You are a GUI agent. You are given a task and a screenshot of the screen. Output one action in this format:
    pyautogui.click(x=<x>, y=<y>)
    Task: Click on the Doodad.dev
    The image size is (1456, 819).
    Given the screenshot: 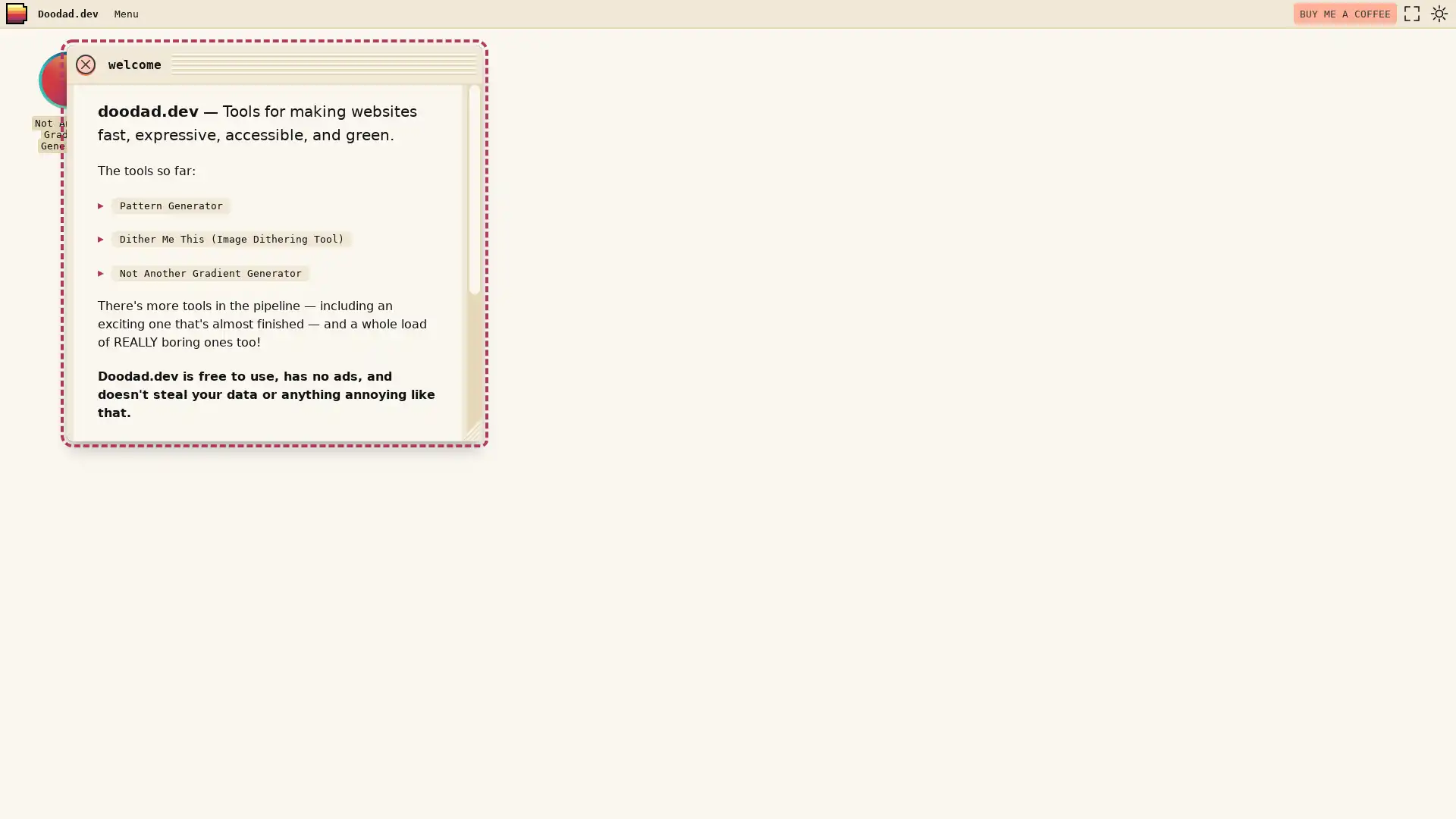 What is the action you would take?
    pyautogui.click(x=67, y=14)
    